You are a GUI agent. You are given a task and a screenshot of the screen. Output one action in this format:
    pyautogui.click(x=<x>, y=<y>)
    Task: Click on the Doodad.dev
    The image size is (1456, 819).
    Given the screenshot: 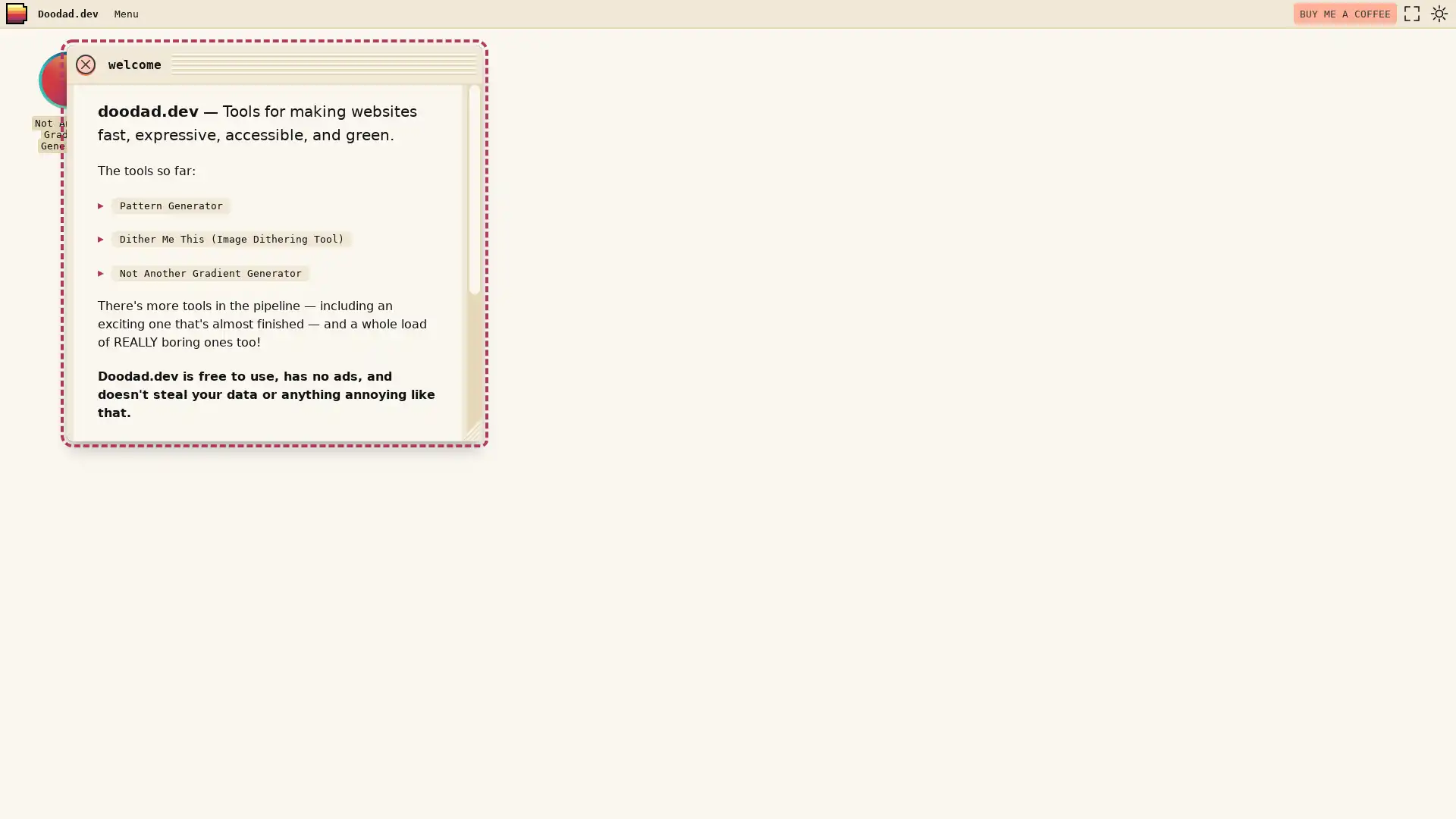 What is the action you would take?
    pyautogui.click(x=67, y=14)
    